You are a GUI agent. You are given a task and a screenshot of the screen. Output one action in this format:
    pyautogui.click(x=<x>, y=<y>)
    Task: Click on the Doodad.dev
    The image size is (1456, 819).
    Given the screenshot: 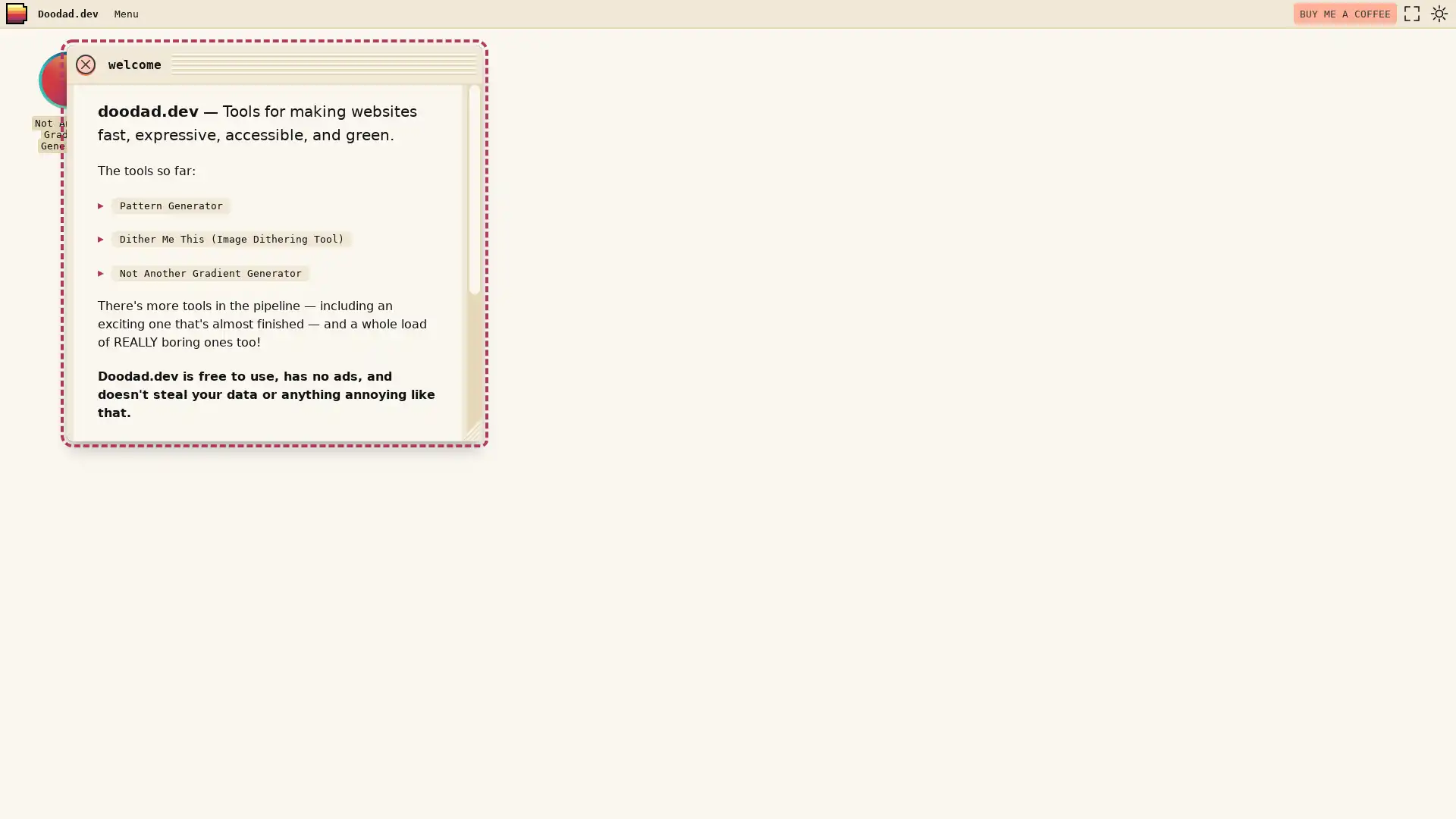 What is the action you would take?
    pyautogui.click(x=67, y=14)
    